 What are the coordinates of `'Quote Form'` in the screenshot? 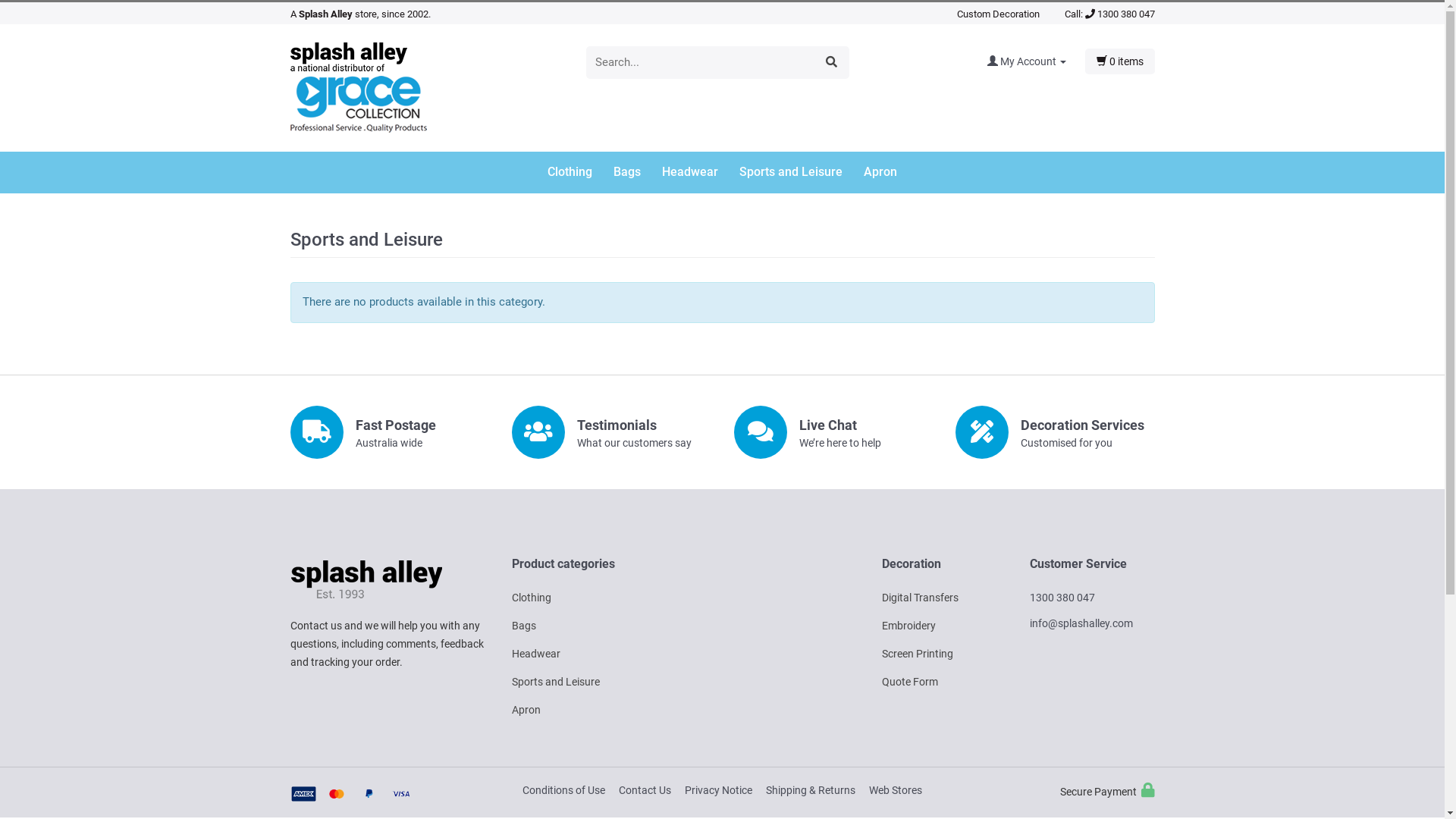 It's located at (909, 680).